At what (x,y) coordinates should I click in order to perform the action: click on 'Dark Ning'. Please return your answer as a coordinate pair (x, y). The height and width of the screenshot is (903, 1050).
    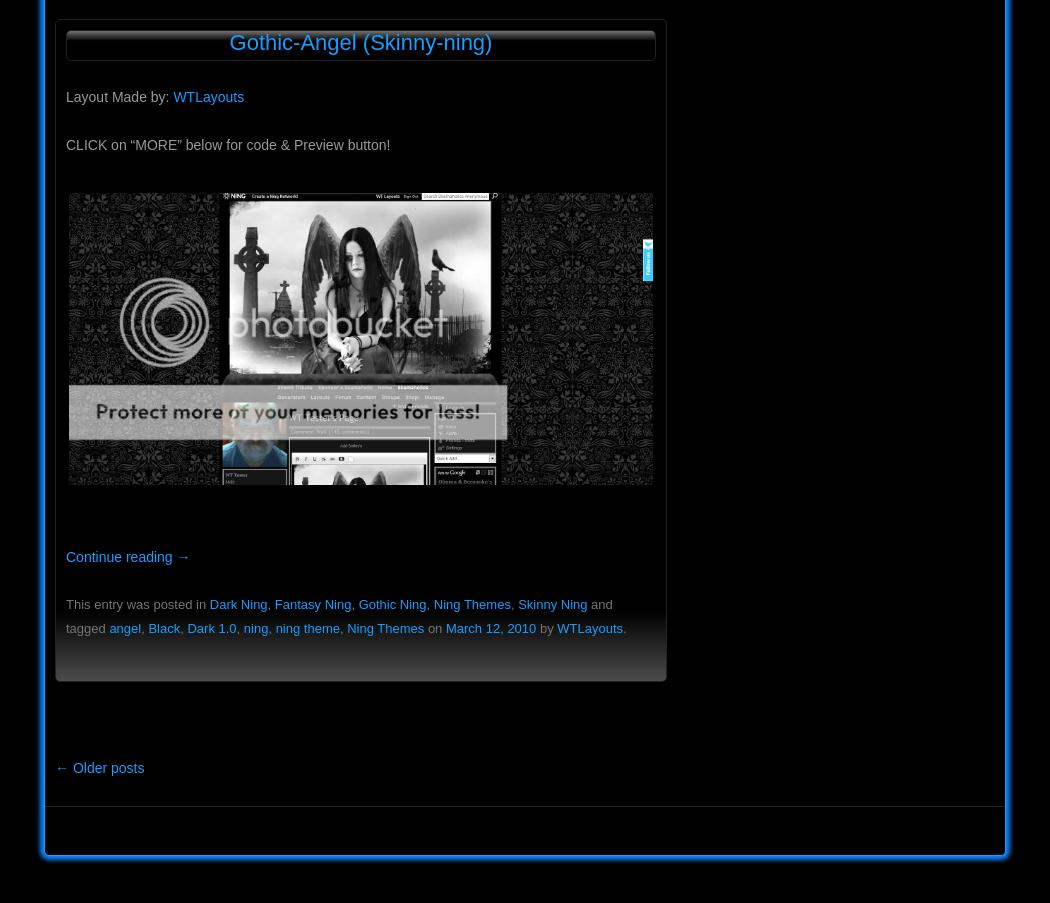
    Looking at the image, I should click on (238, 604).